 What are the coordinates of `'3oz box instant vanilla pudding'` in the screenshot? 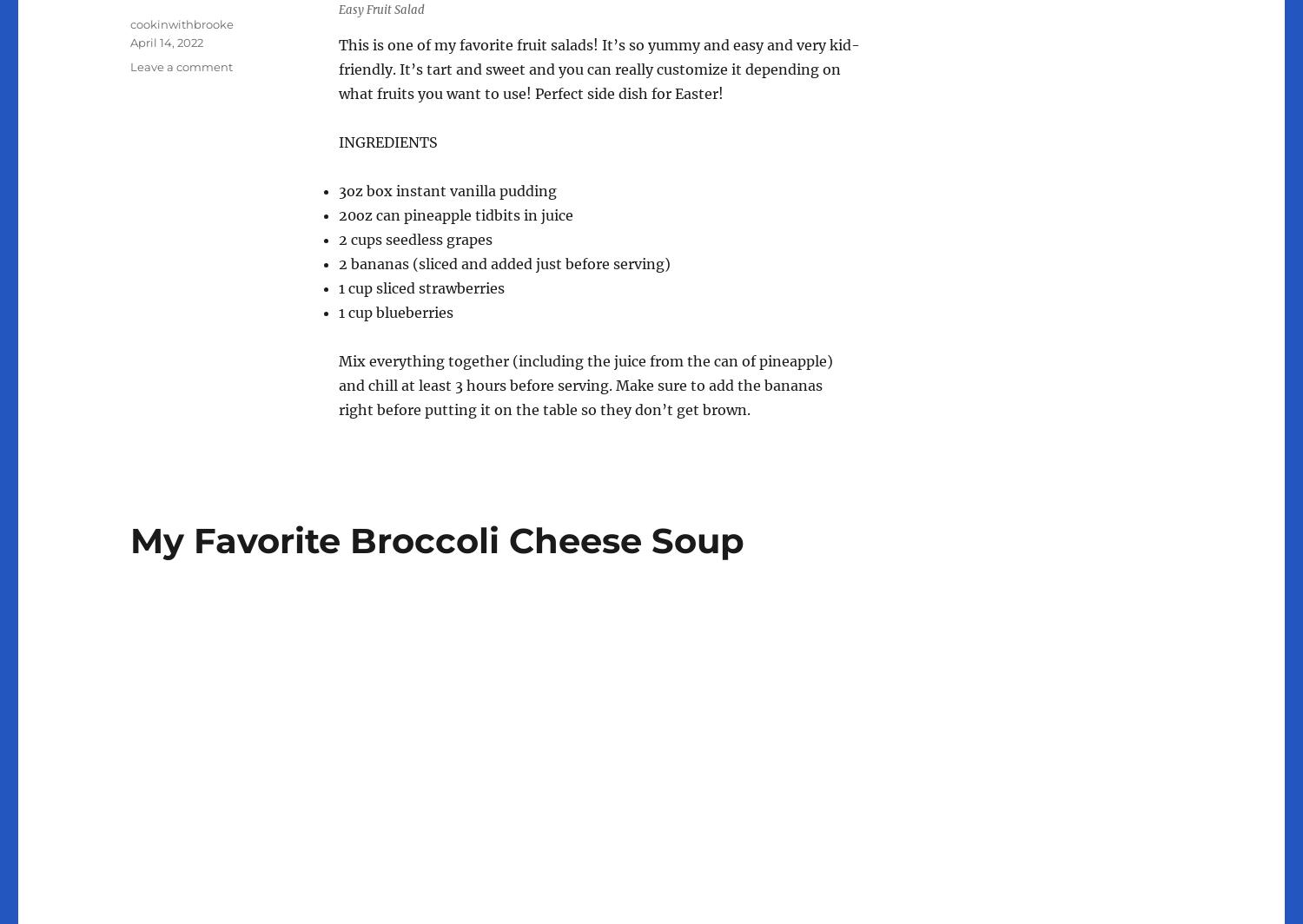 It's located at (339, 191).